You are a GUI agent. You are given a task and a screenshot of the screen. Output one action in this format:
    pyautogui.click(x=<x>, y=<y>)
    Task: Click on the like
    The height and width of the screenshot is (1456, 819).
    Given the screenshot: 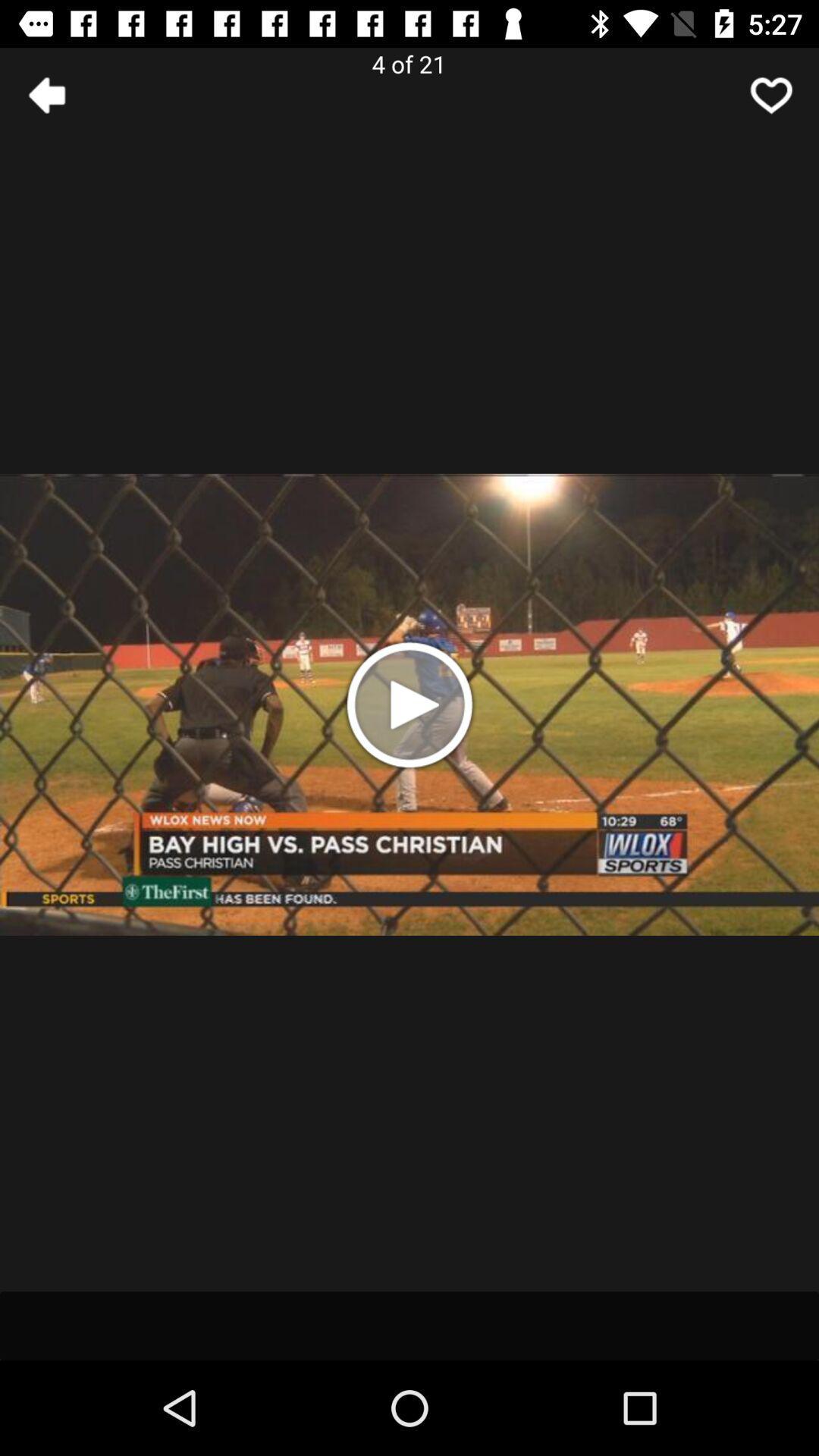 What is the action you would take?
    pyautogui.click(x=771, y=94)
    